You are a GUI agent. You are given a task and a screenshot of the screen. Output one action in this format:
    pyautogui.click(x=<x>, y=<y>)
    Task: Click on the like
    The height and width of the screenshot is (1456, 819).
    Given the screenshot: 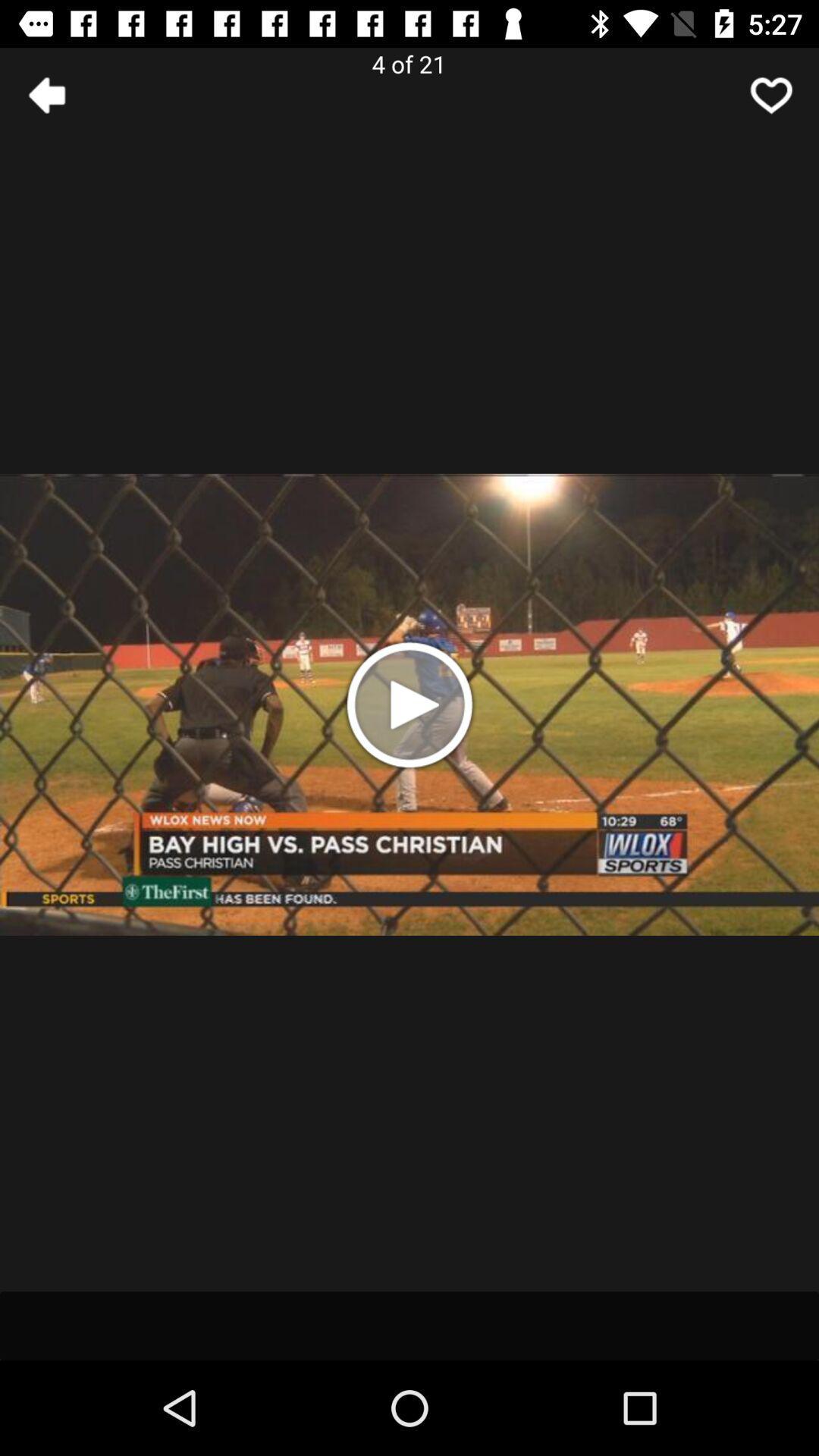 What is the action you would take?
    pyautogui.click(x=771, y=94)
    